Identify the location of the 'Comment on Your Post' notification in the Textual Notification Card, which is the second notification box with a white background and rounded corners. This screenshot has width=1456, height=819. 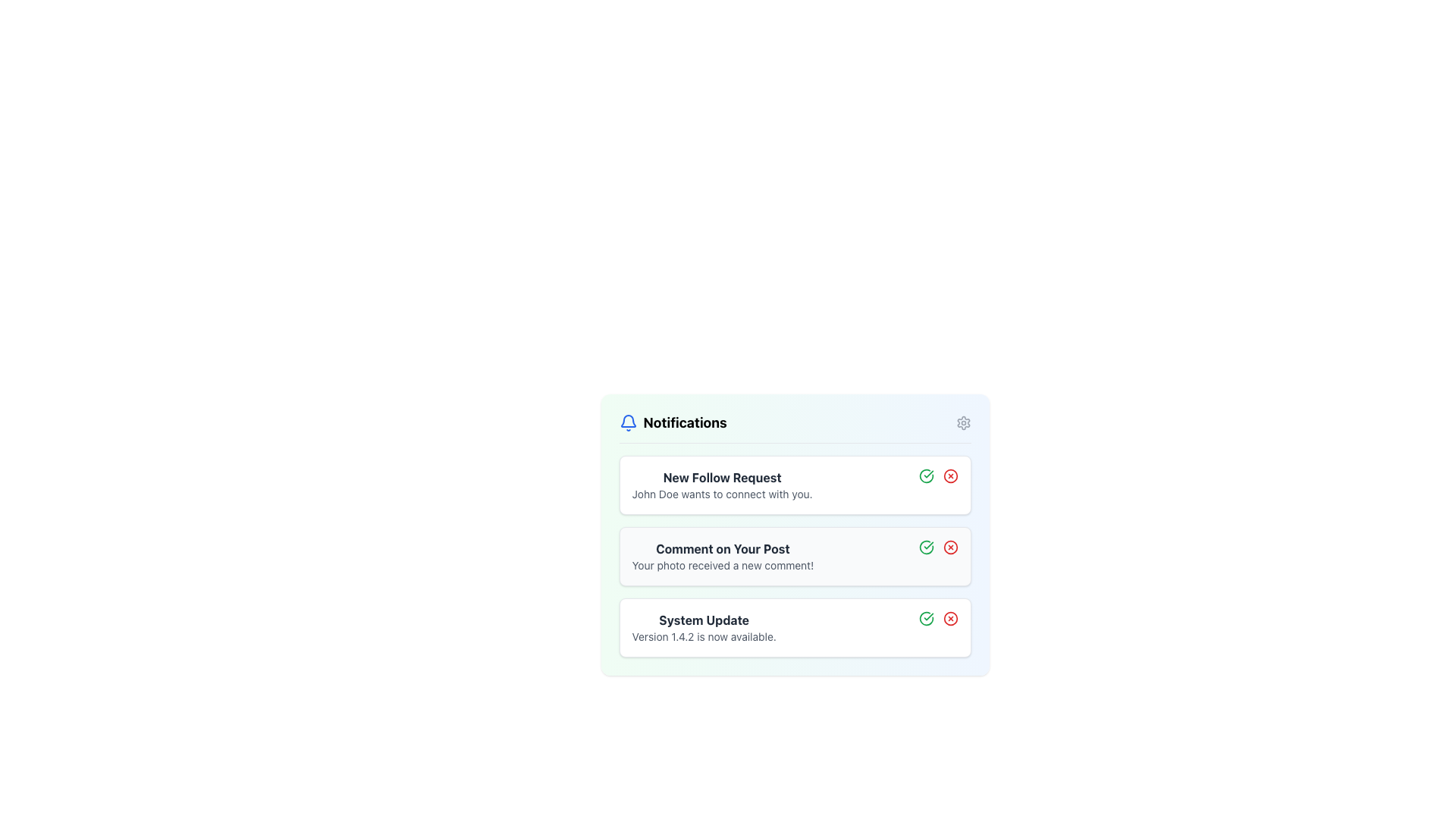
(794, 534).